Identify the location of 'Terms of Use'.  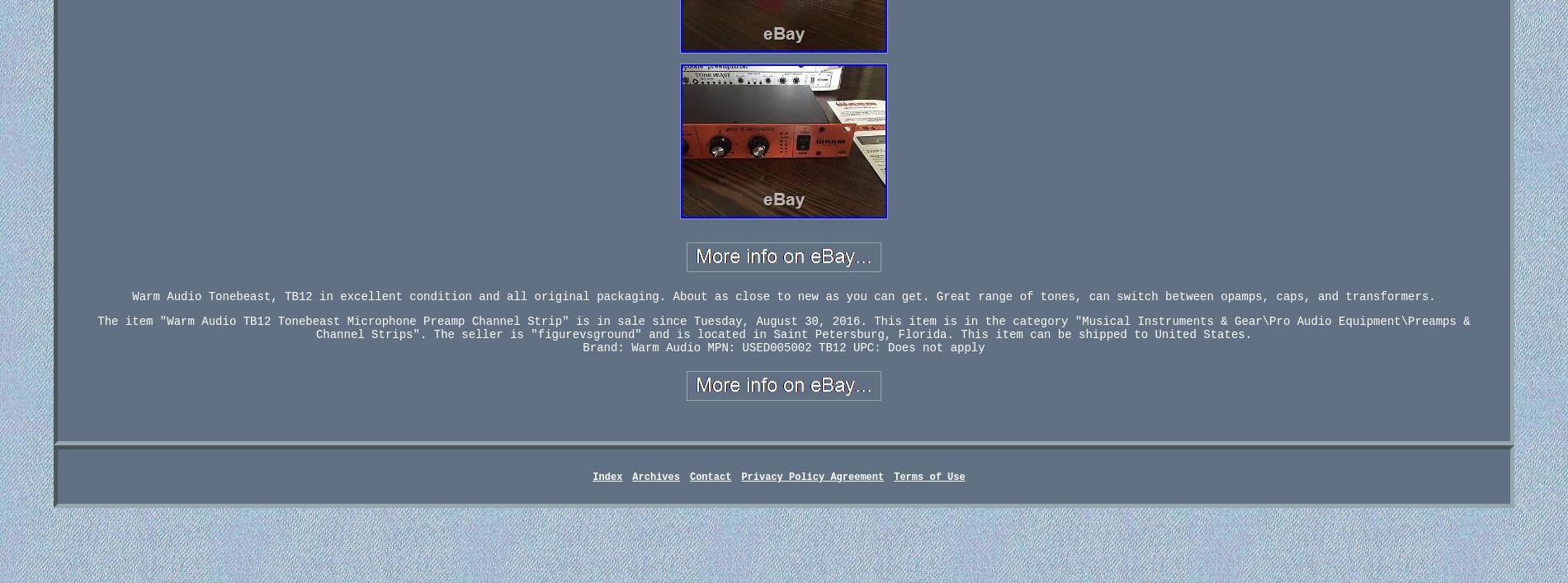
(928, 477).